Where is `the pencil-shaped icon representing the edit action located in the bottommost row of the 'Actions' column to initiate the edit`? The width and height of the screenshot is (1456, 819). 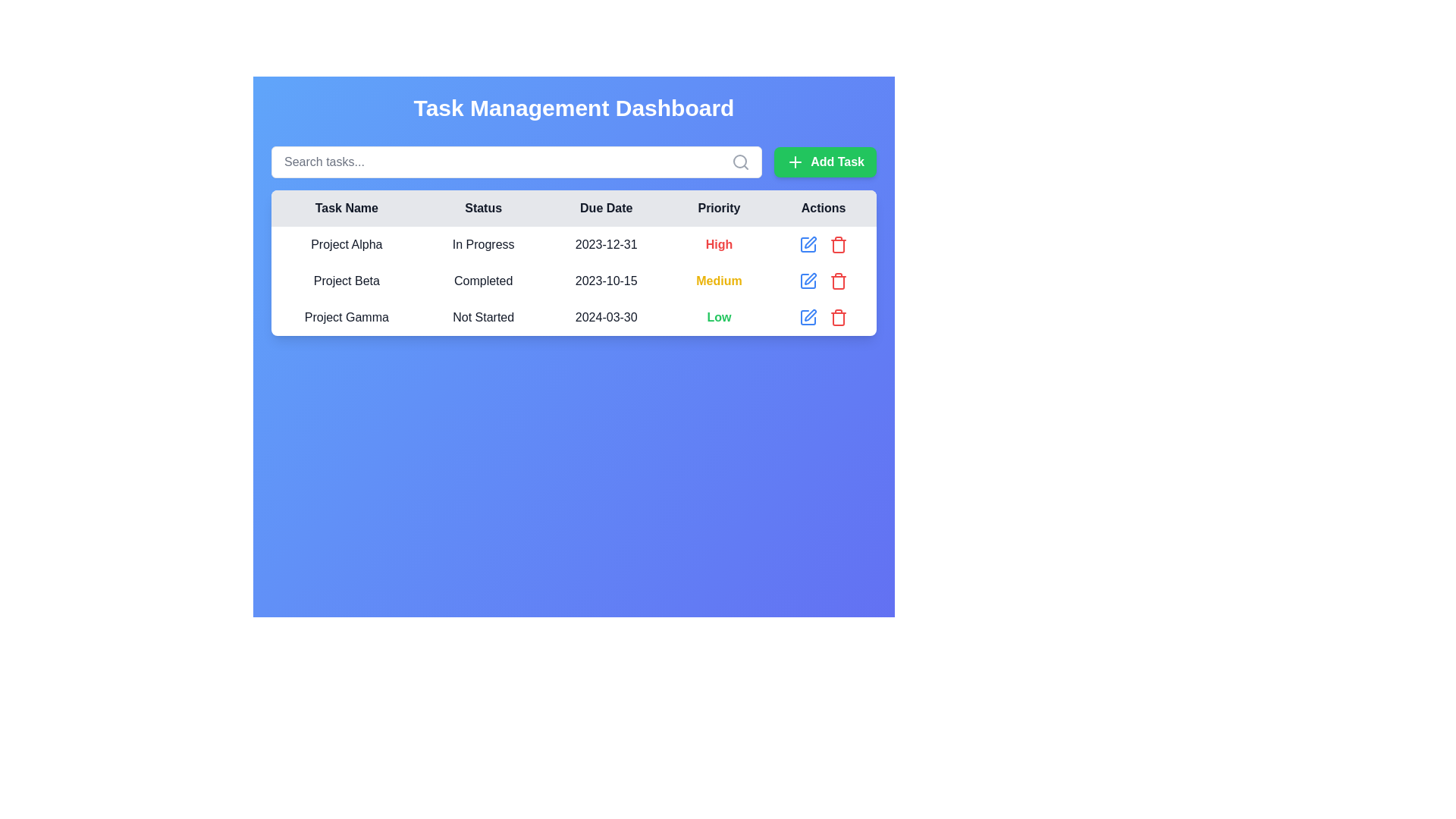
the pencil-shaped icon representing the edit action located in the bottommost row of the 'Actions' column to initiate the edit is located at coordinates (810, 315).